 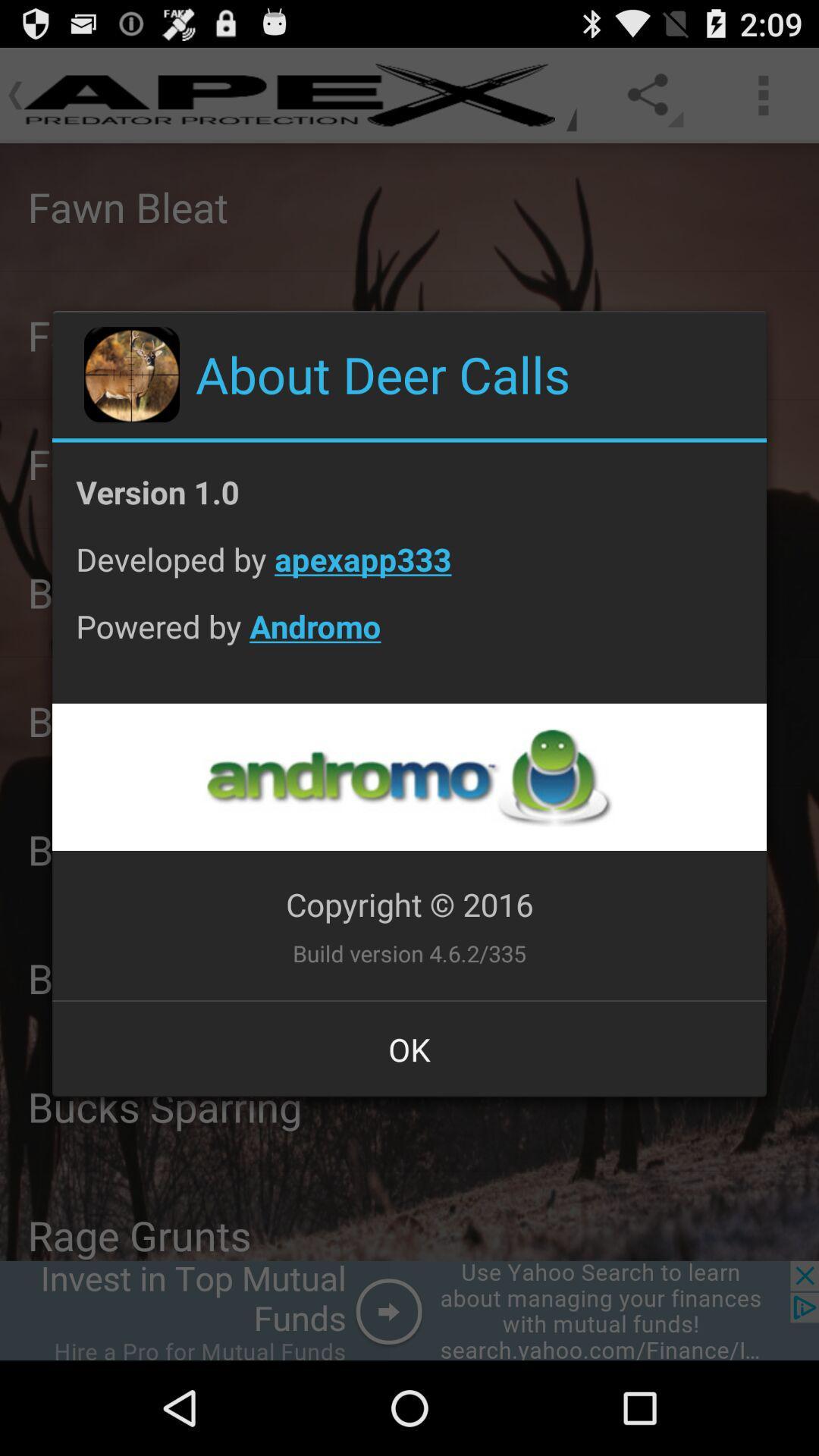 I want to click on the app above powered by andromo, so click(x=409, y=570).